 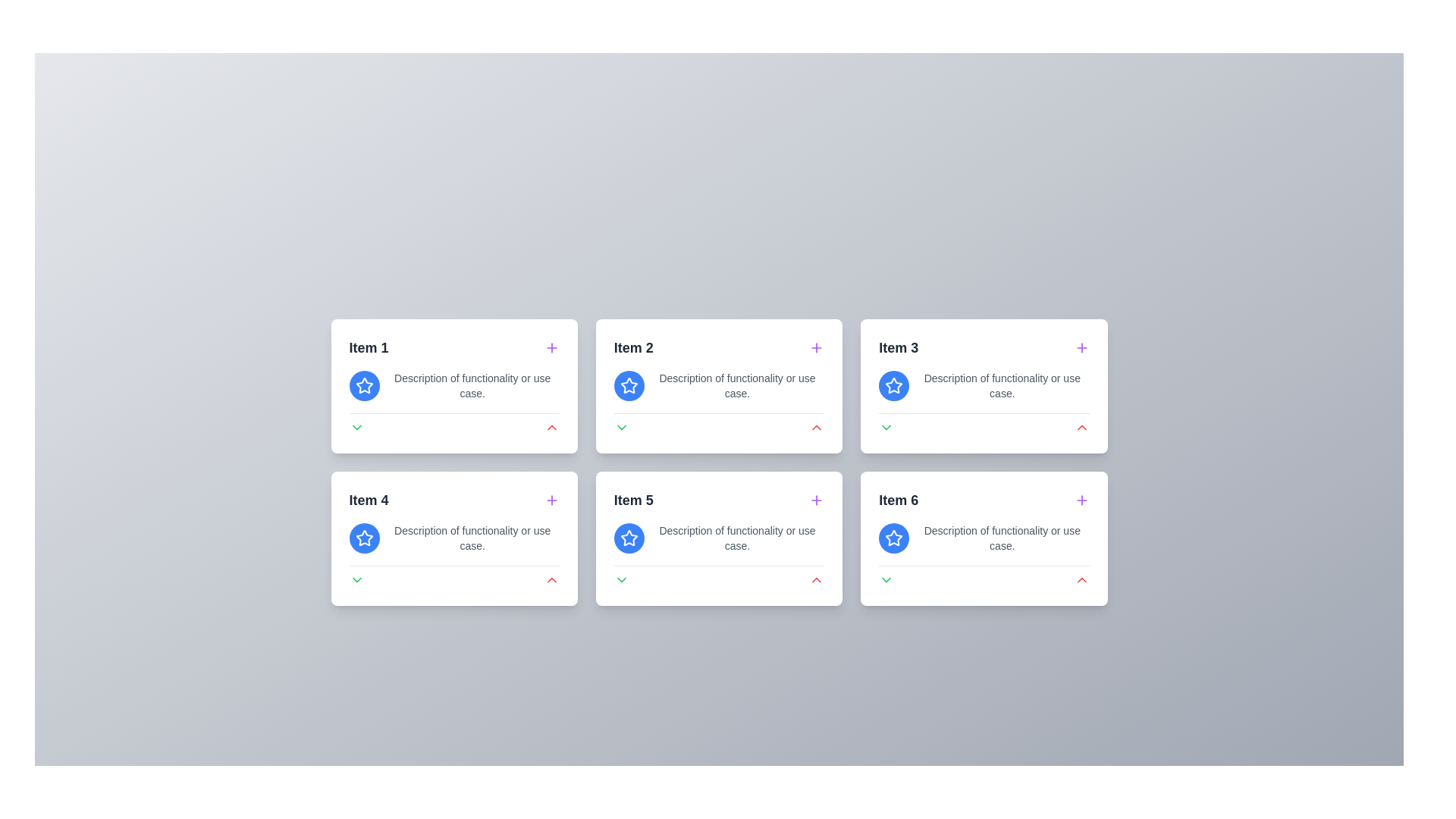 I want to click on the star-shaped icon with a blue outline and white fill on the 'Item 3' card, located in the top left section of the card, so click(x=894, y=384).